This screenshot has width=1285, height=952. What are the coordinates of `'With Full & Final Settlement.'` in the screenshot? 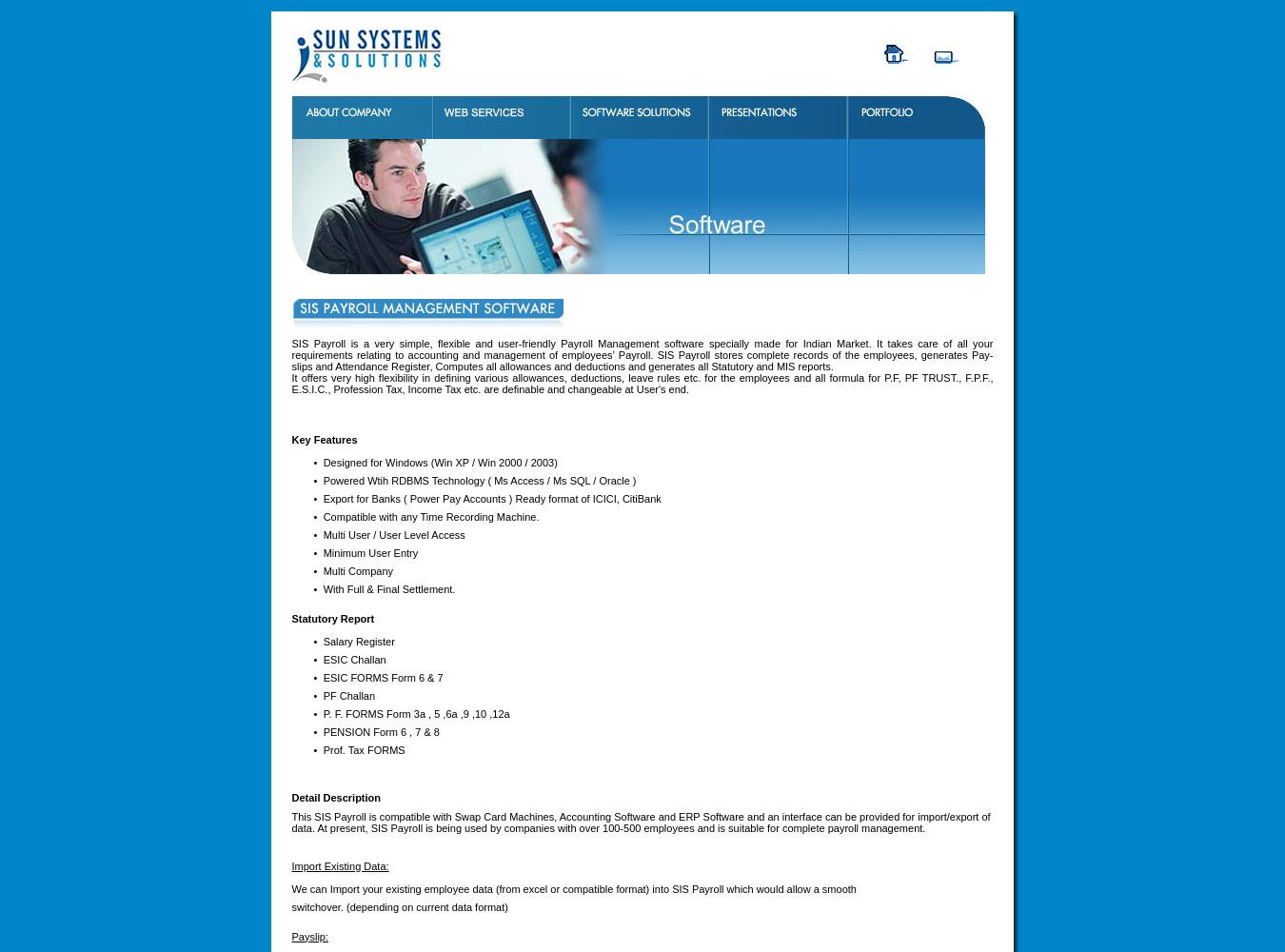 It's located at (388, 587).